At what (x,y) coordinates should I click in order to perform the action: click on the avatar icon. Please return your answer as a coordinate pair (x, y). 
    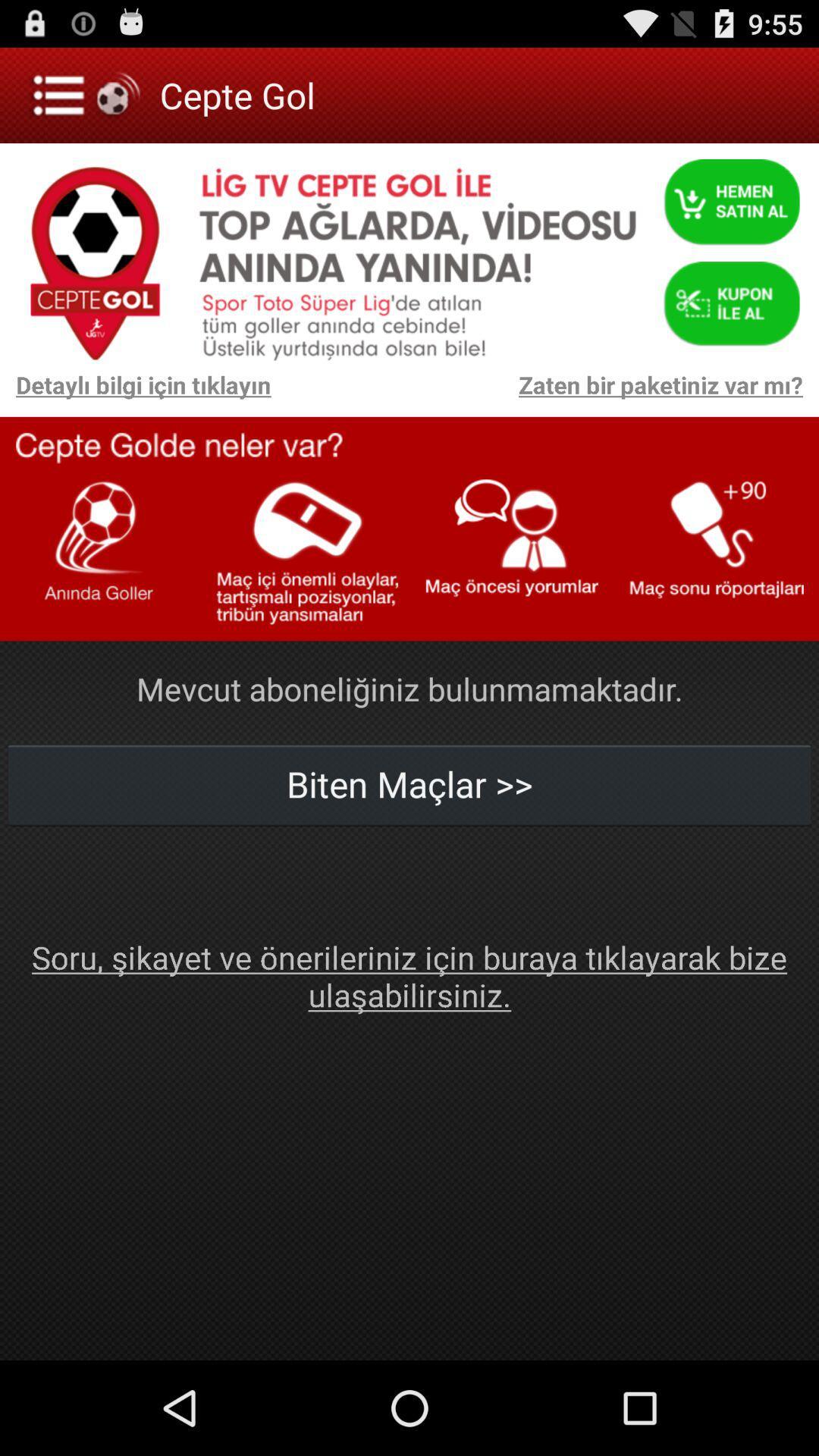
    Looking at the image, I should click on (730, 207).